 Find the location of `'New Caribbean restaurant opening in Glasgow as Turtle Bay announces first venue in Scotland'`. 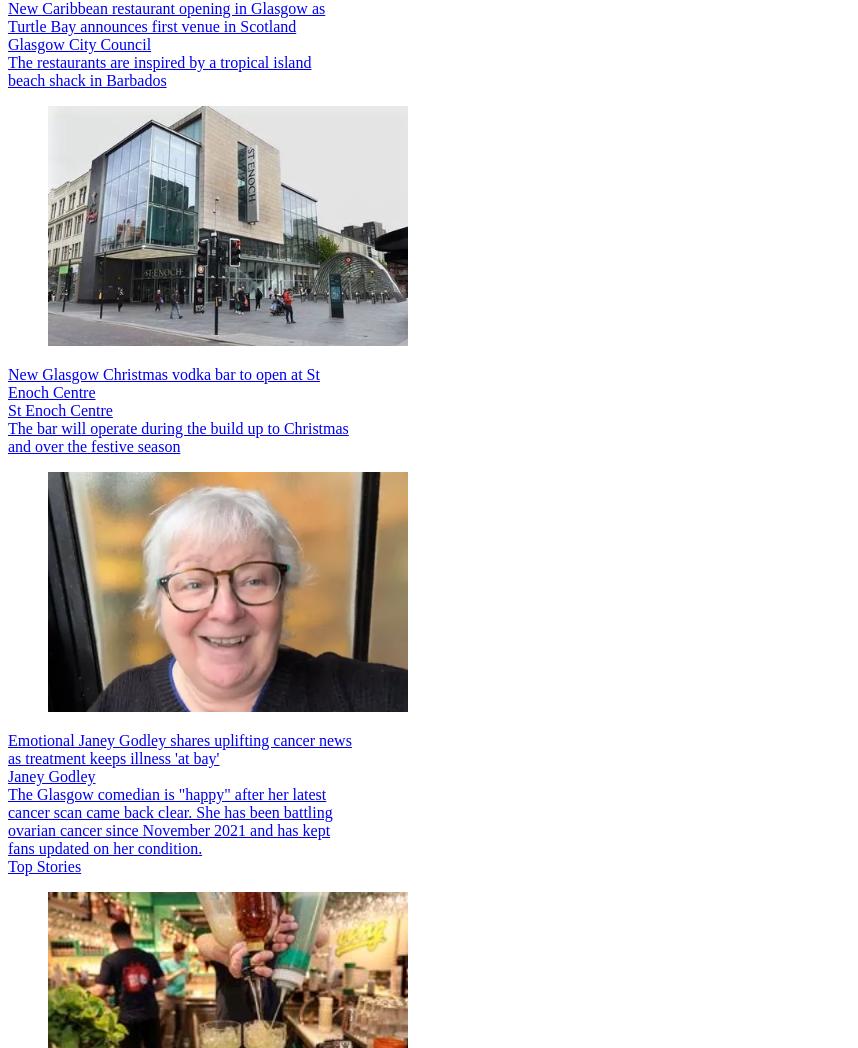

'New Caribbean restaurant opening in Glasgow as Turtle Bay announces first venue in Scotland' is located at coordinates (165, 16).